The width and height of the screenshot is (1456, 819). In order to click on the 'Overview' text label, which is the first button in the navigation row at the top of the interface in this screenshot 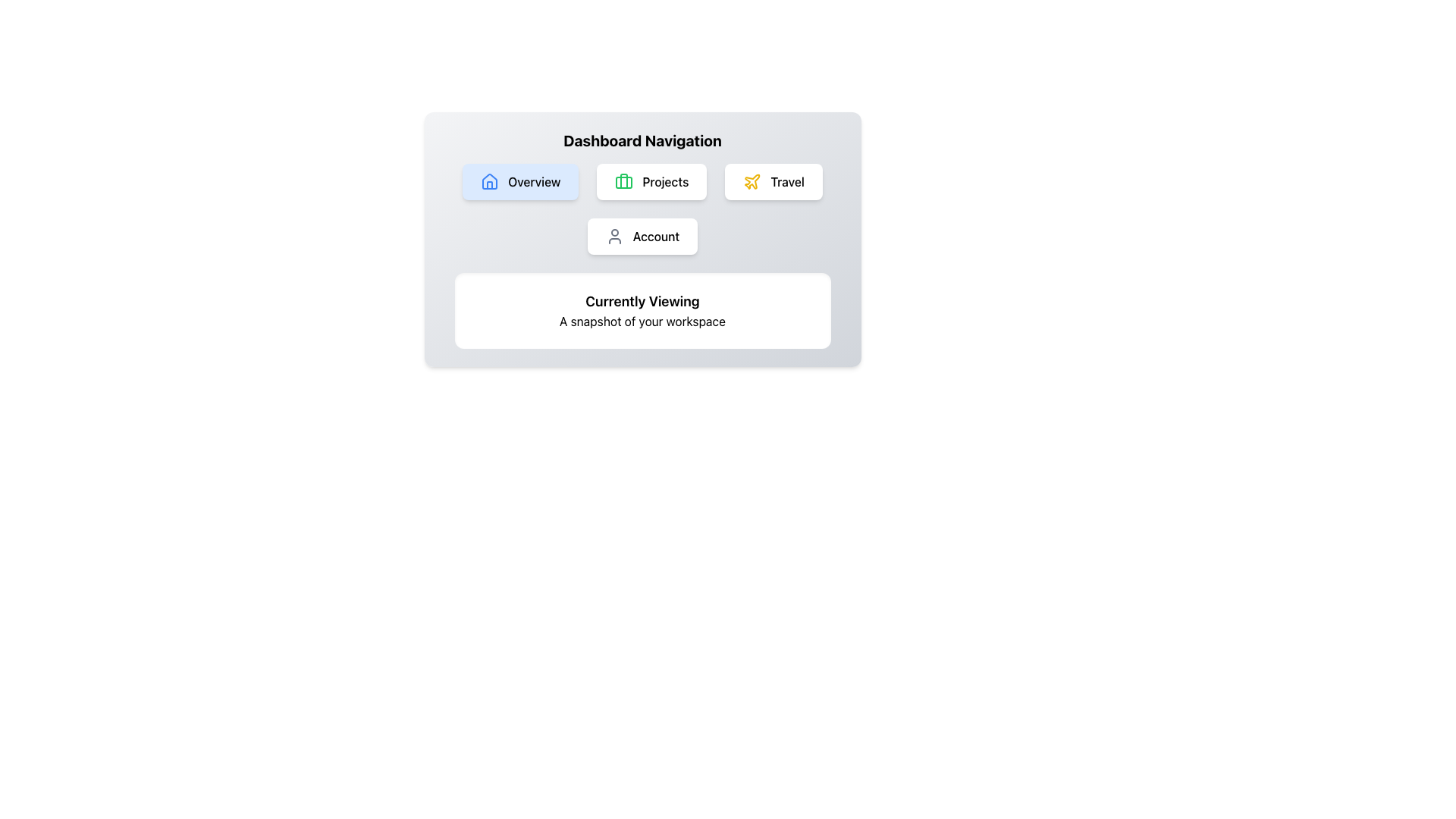, I will do `click(534, 180)`.